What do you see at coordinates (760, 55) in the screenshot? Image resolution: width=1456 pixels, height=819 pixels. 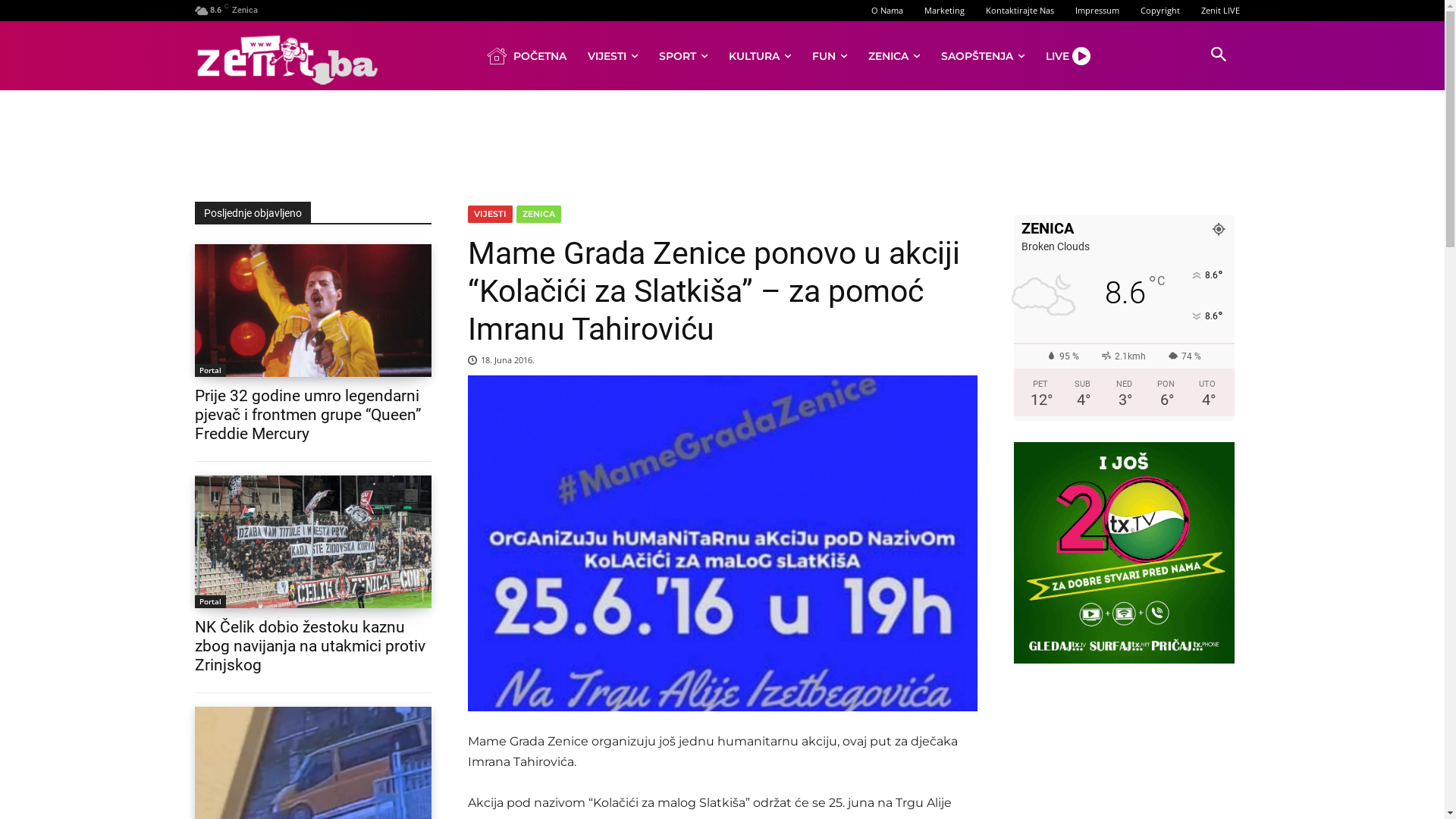 I see `'KULTURA'` at bounding box center [760, 55].